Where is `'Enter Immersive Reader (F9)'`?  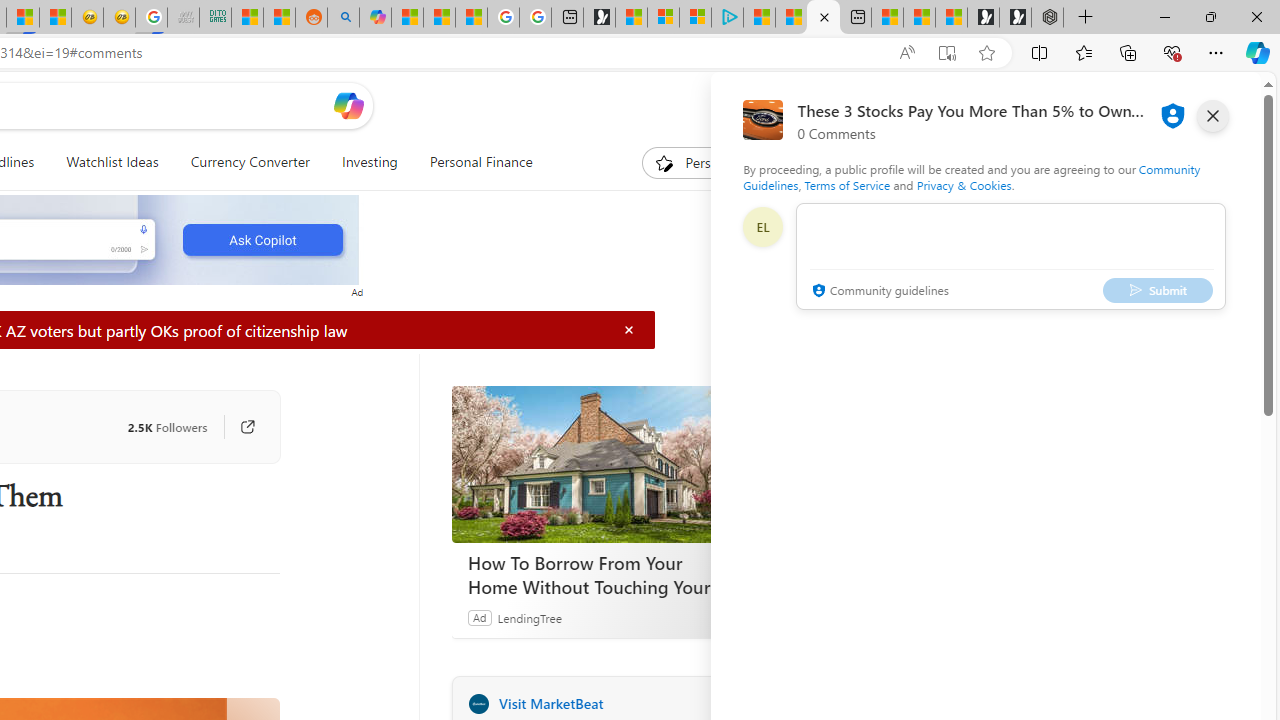 'Enter Immersive Reader (F9)' is located at coordinates (945, 52).